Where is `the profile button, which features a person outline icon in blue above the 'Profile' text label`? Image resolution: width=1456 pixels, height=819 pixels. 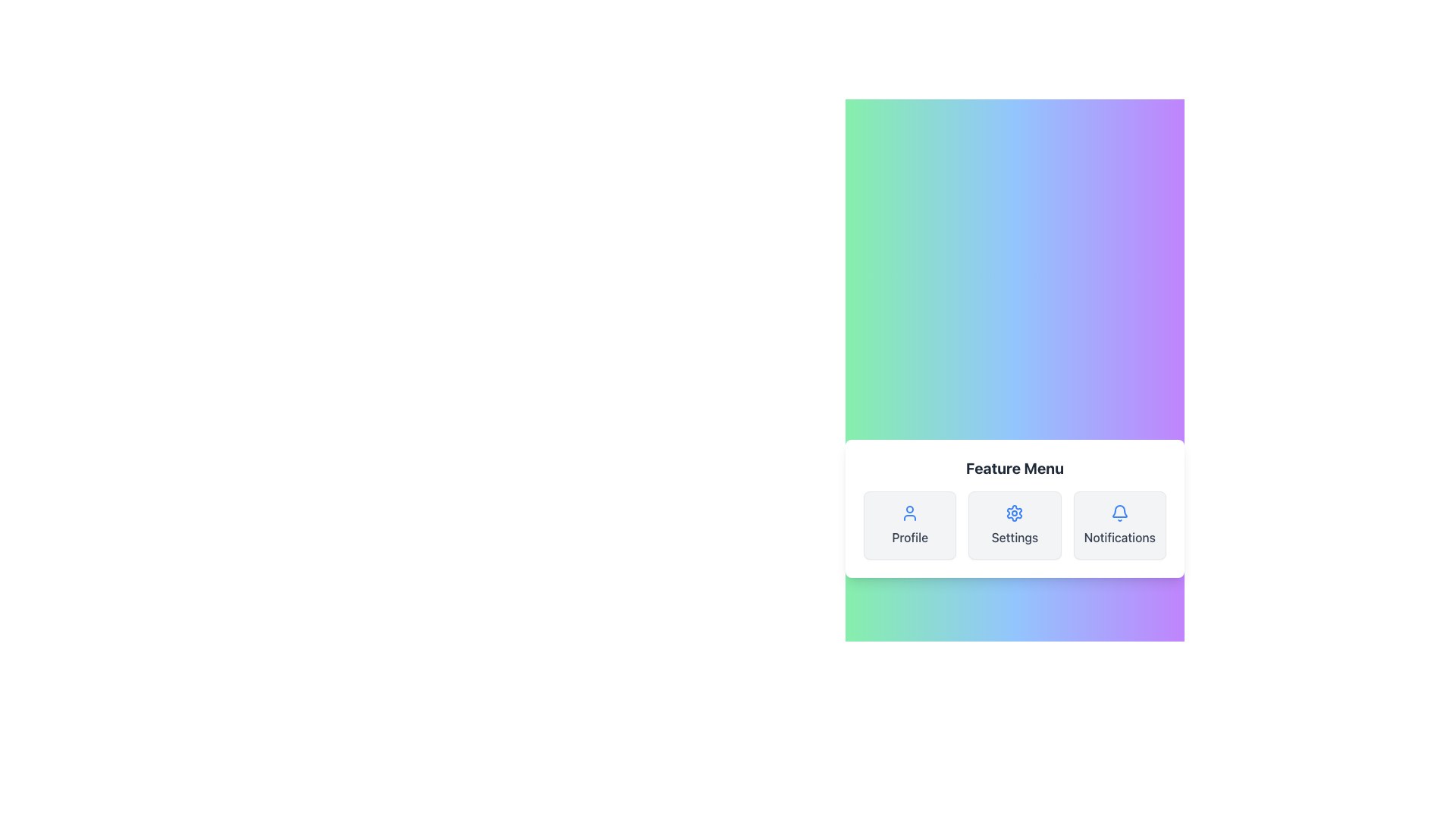 the profile button, which features a person outline icon in blue above the 'Profile' text label is located at coordinates (910, 513).